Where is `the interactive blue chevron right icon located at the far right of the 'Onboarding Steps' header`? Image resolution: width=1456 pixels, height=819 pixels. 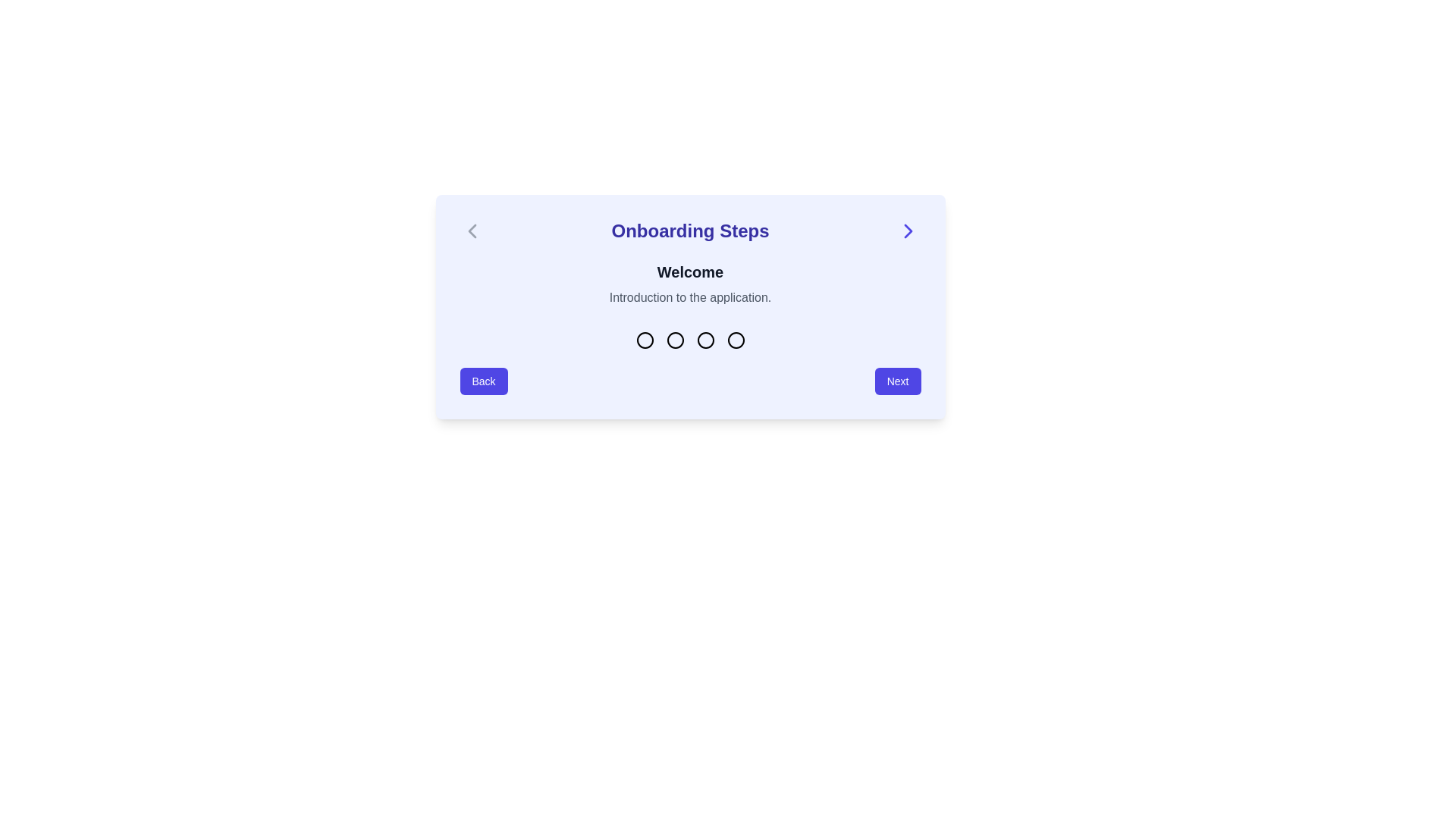
the interactive blue chevron right icon located at the far right of the 'Onboarding Steps' header is located at coordinates (908, 231).